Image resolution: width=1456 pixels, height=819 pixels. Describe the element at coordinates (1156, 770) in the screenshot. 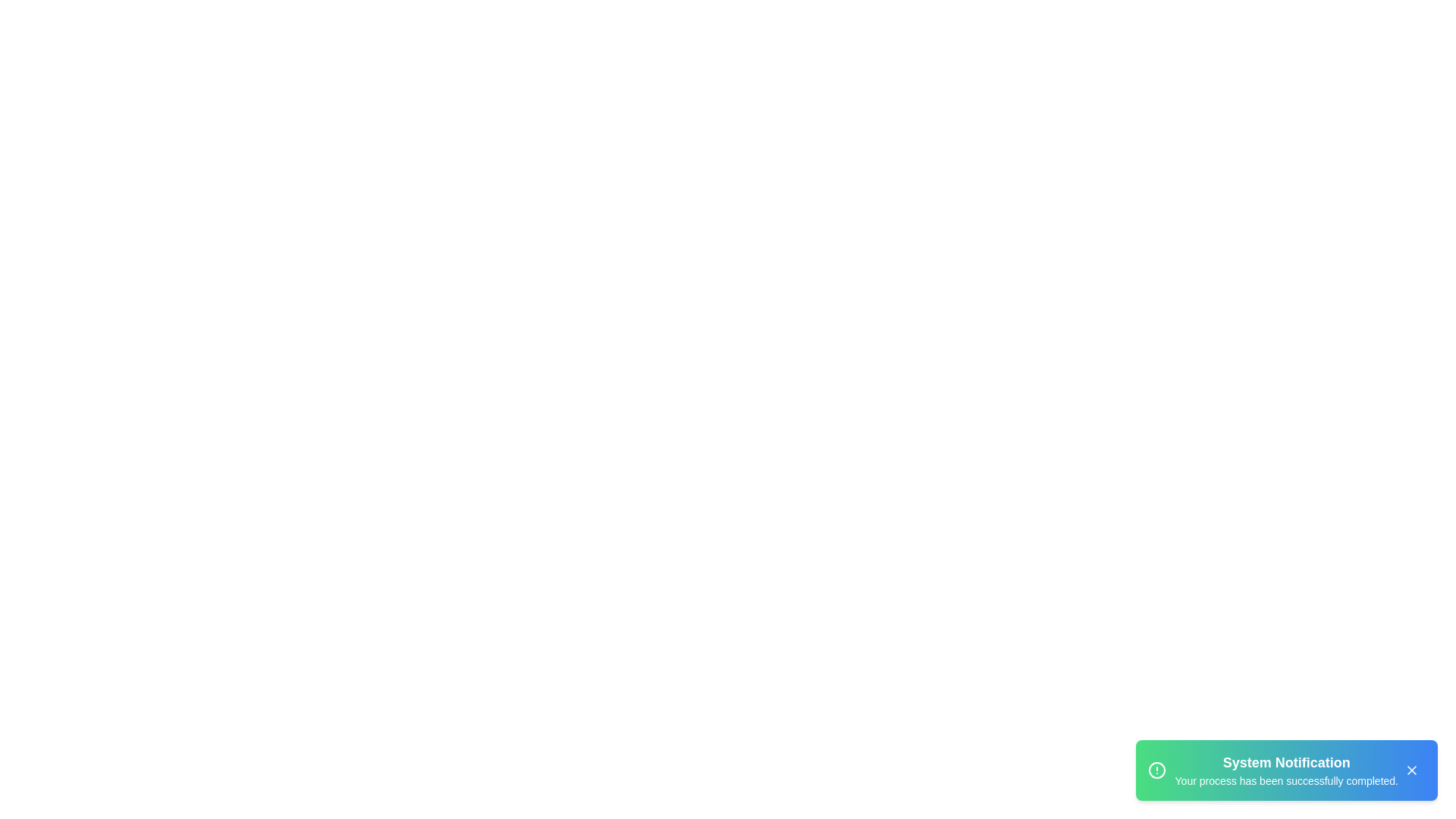

I see `the alert icon to display additional context` at that location.